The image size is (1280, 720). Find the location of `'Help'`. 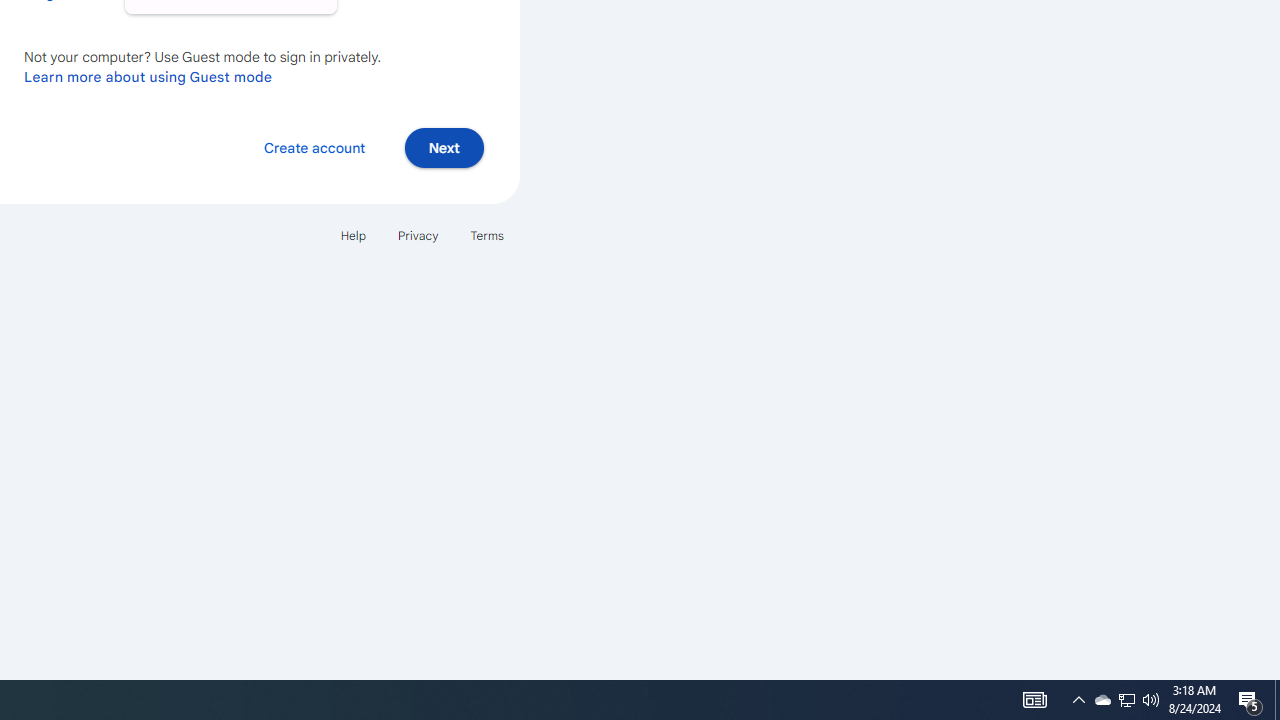

'Help' is located at coordinates (352, 234).